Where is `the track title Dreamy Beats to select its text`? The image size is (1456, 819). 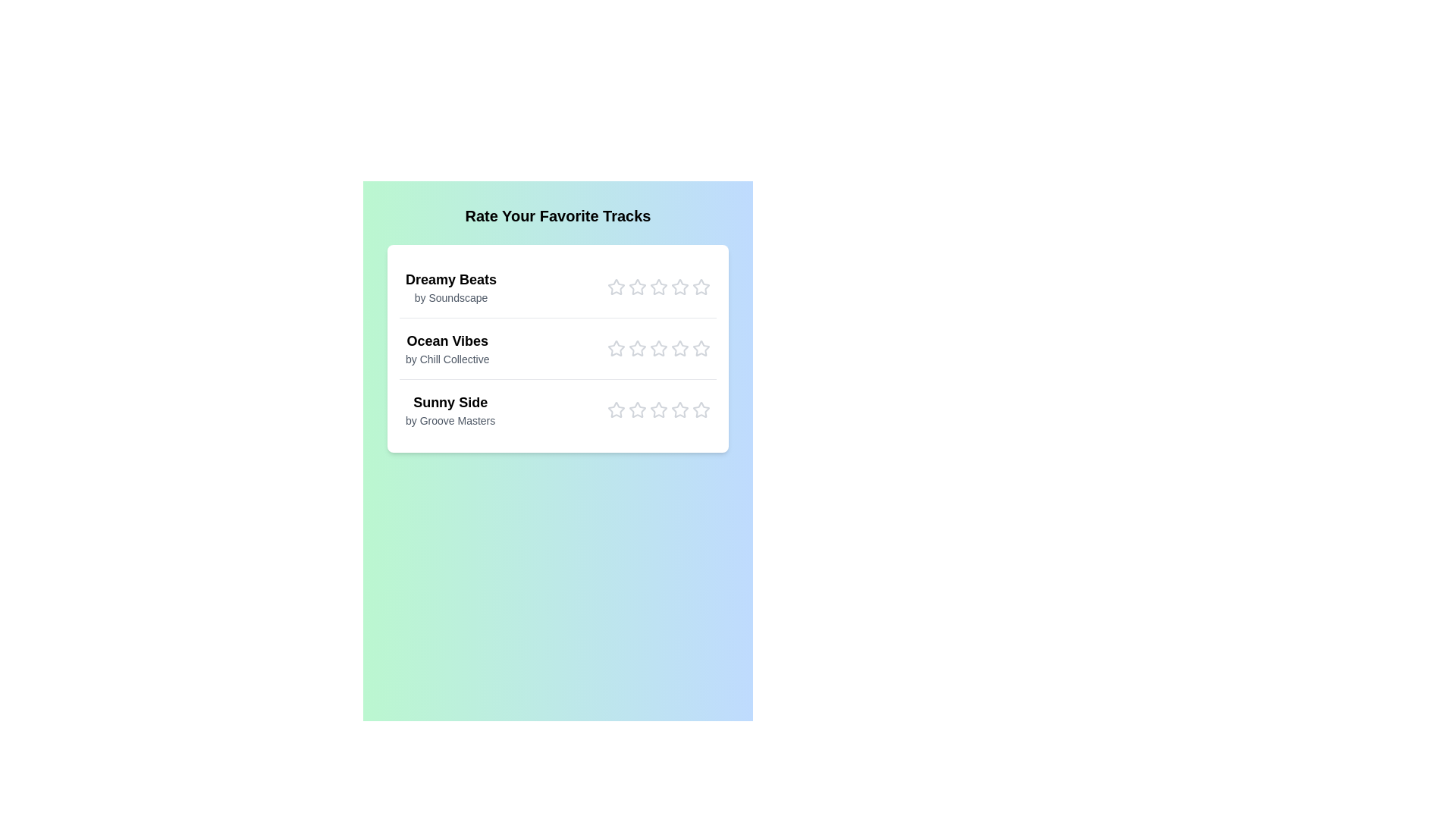
the track title Dreamy Beats to select its text is located at coordinates (450, 280).